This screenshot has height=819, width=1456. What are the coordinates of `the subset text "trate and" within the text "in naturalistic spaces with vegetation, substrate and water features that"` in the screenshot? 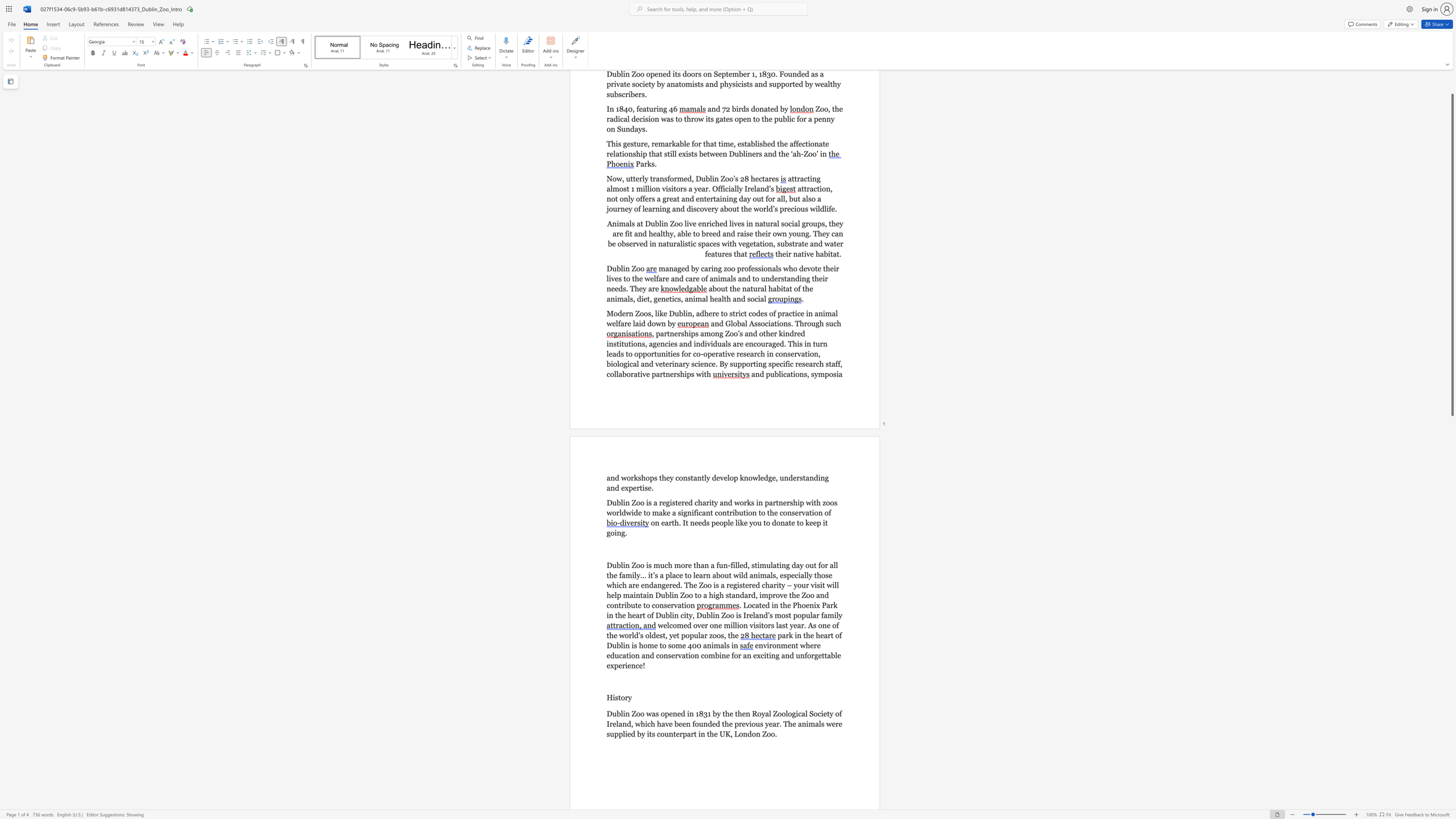 It's located at (792, 244).